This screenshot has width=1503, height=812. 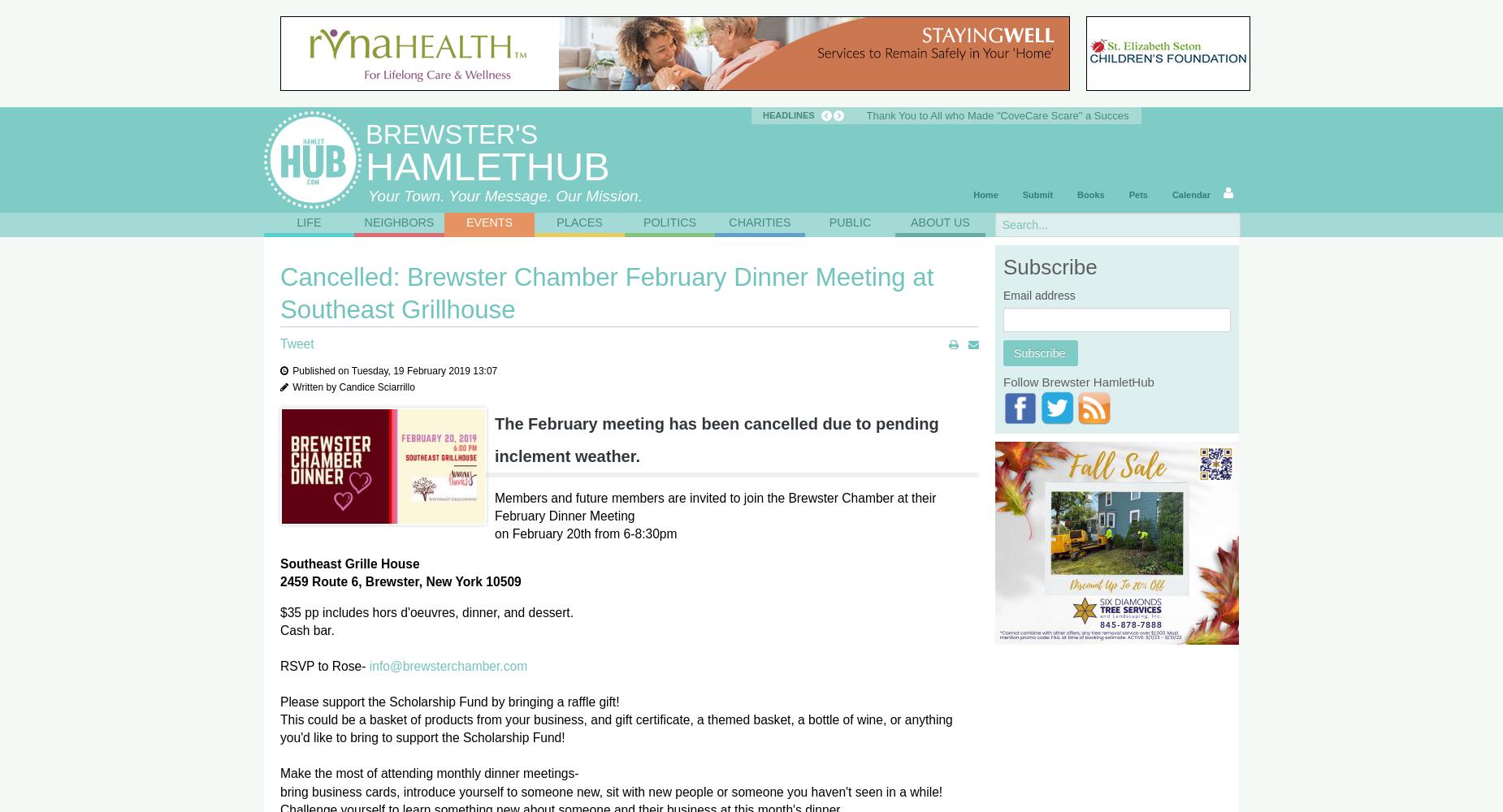 I want to click on 'This could be a basket of products from your business, and gift certificate, a themed basket, a bottle of wine, or anything you'd like to bring to support the Scholarship Fund!', so click(x=616, y=728).